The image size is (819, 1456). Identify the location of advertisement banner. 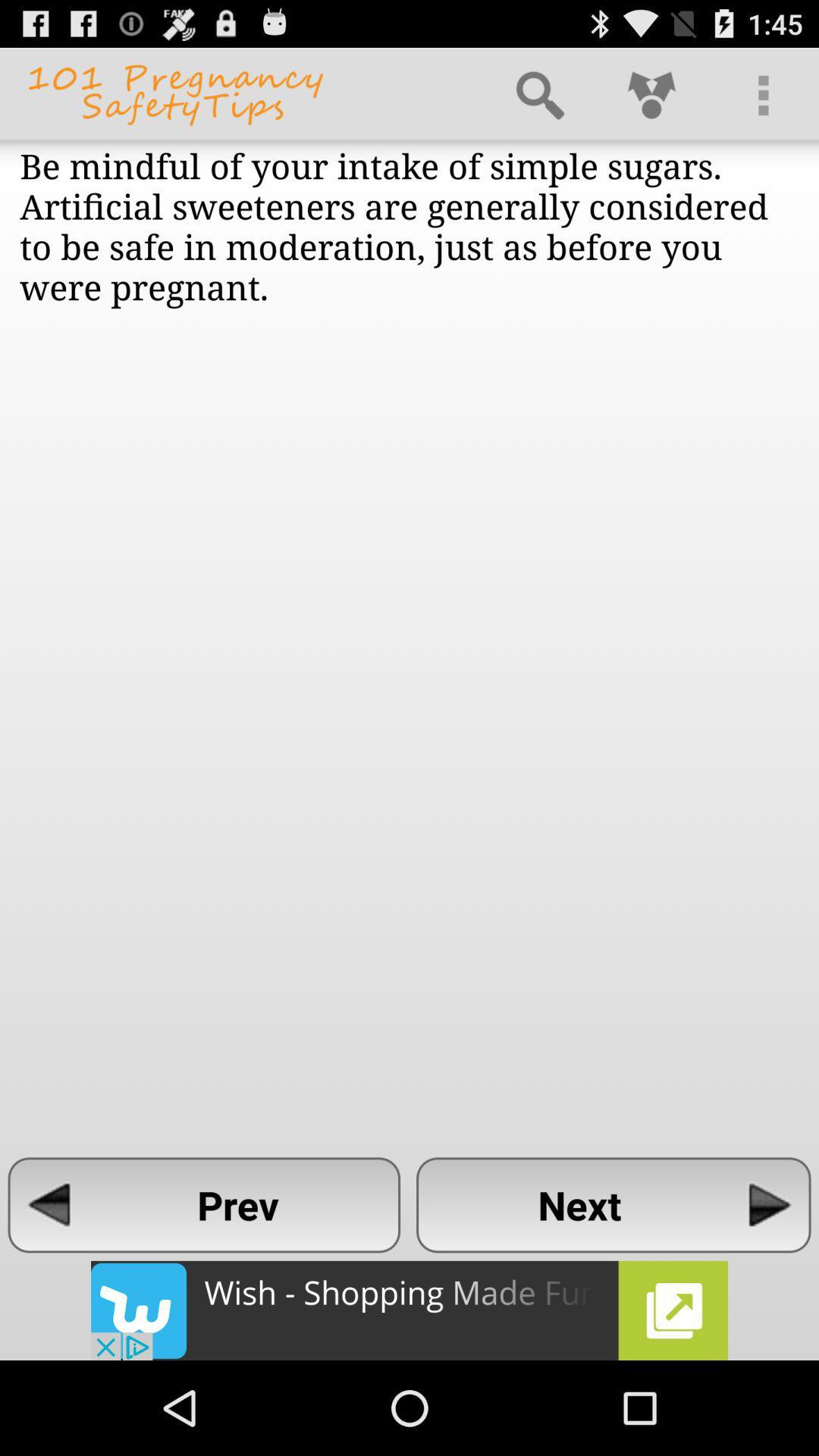
(409, 1310).